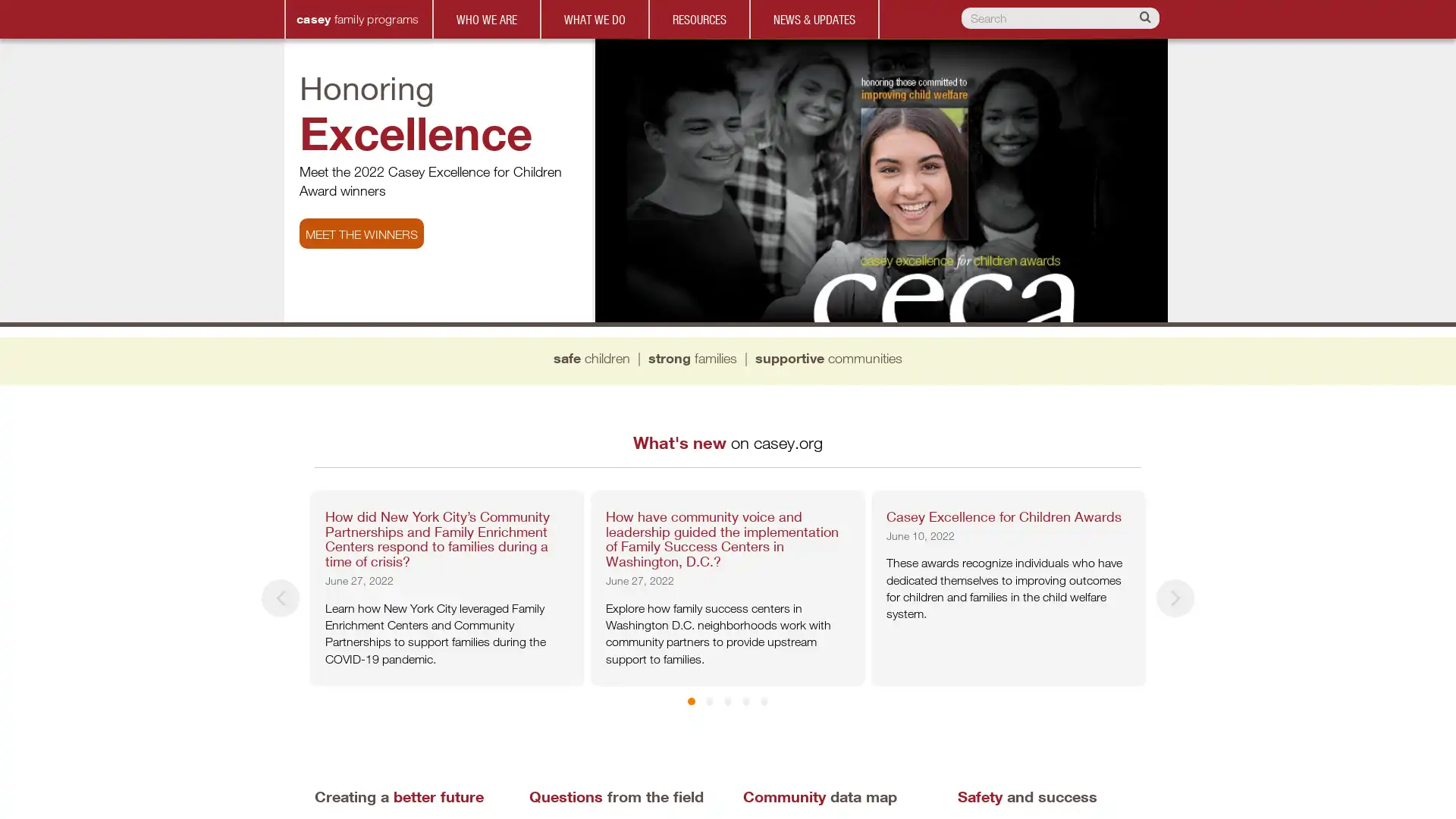 The height and width of the screenshot is (819, 1456). I want to click on Slide group 1, so click(699, 701).